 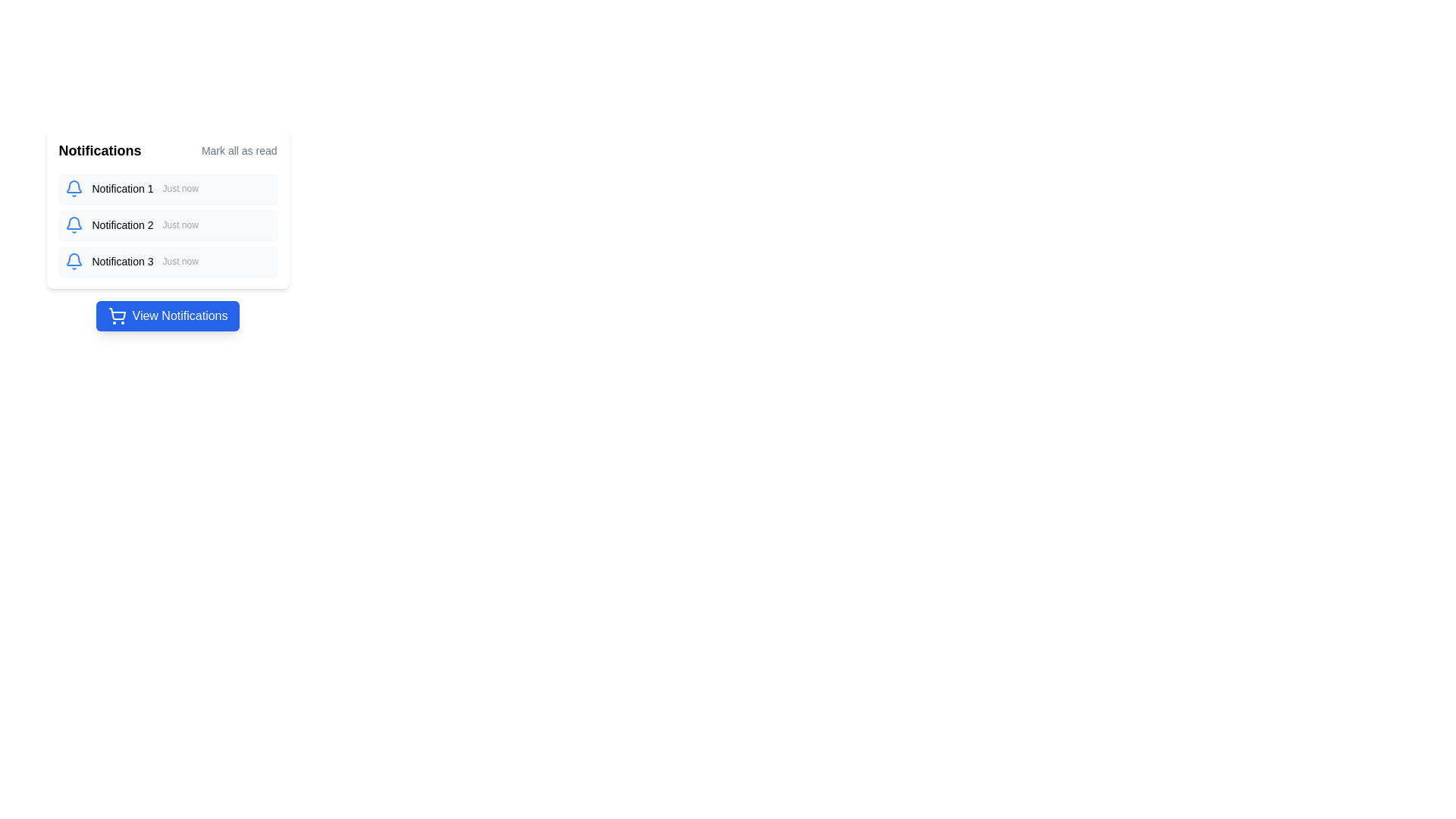 What do you see at coordinates (73, 223) in the screenshot?
I see `the blue bell icon in the second notification item adjacent to 'Notification 2'` at bounding box center [73, 223].